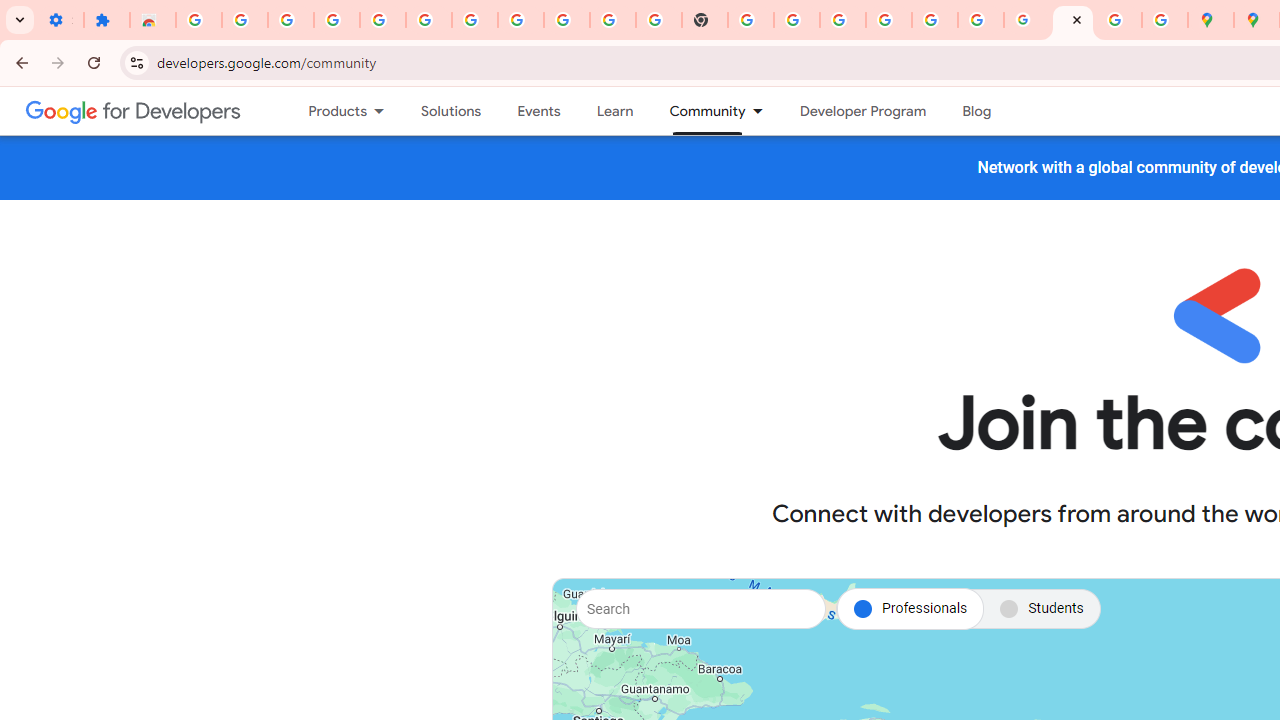  Describe the element at coordinates (152, 20) in the screenshot. I see `'Reviews: Helix Fruit Jump Arcade Game'` at that location.